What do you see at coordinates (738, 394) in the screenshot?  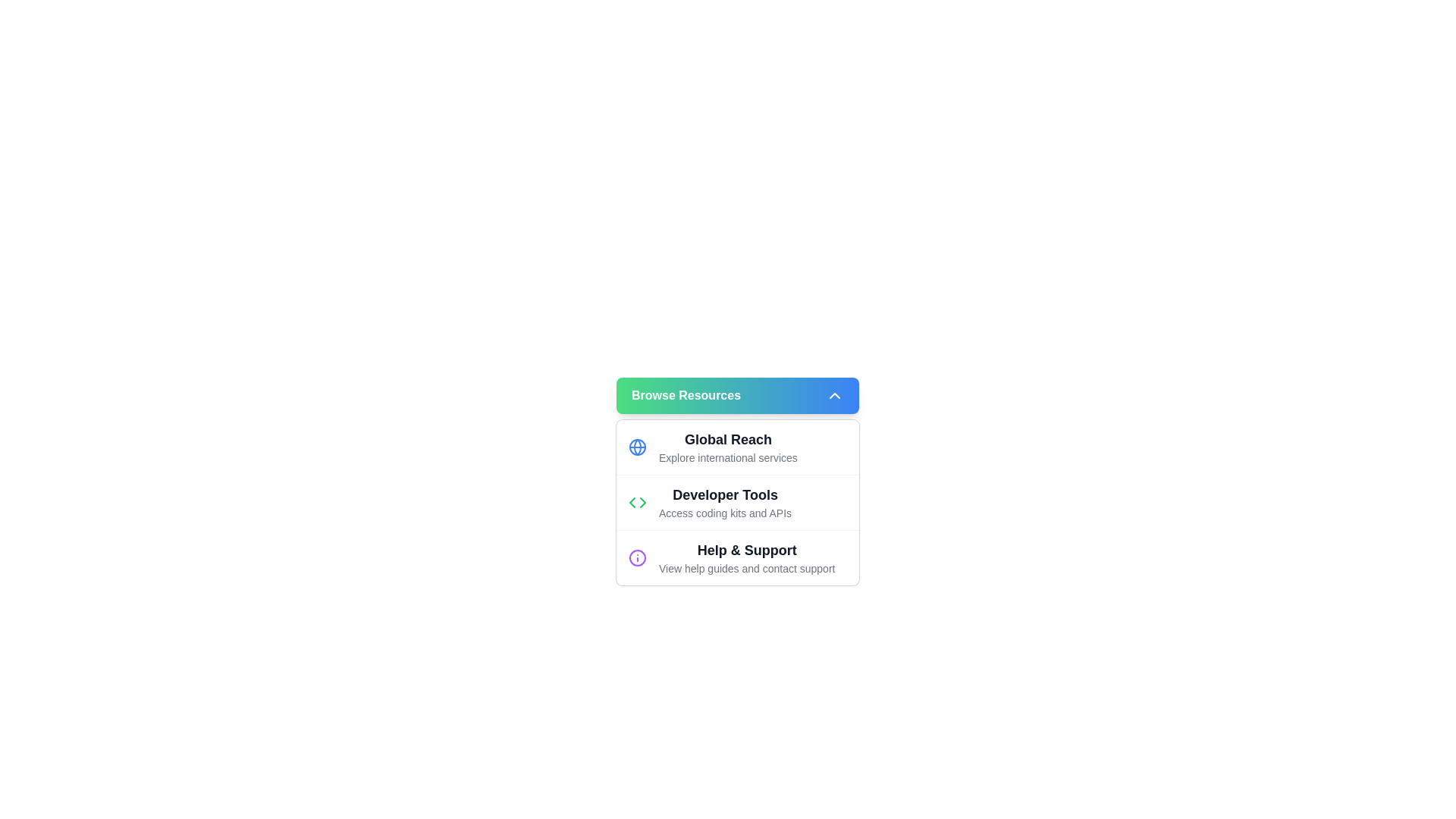 I see `the 'Browse Resources' button, which is a rectangular button with a gradient background from green to blue and contains white text and a chevron icon` at bounding box center [738, 394].